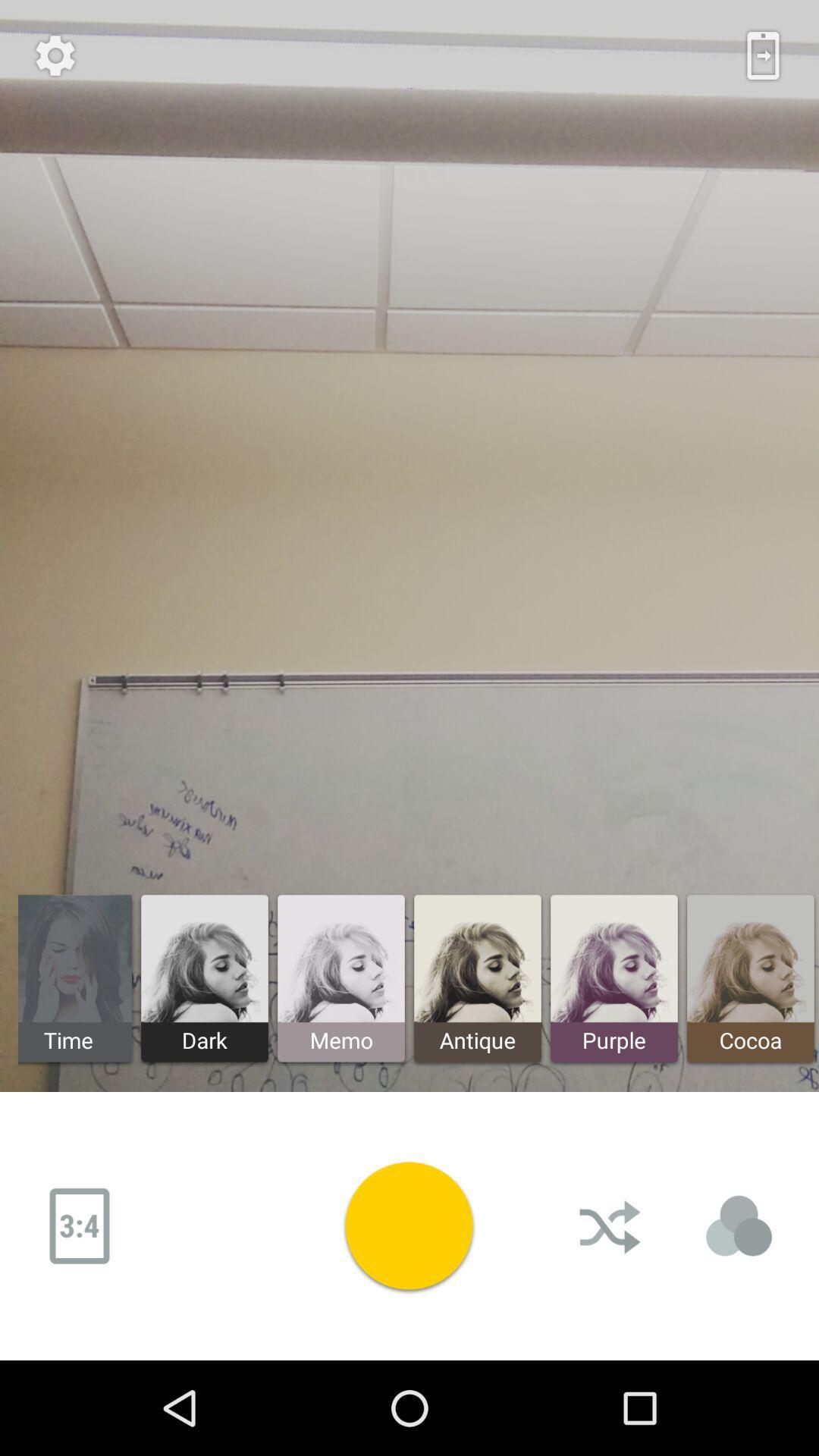 Image resolution: width=819 pixels, height=1456 pixels. What do you see at coordinates (79, 1226) in the screenshot?
I see `image ratio icon` at bounding box center [79, 1226].